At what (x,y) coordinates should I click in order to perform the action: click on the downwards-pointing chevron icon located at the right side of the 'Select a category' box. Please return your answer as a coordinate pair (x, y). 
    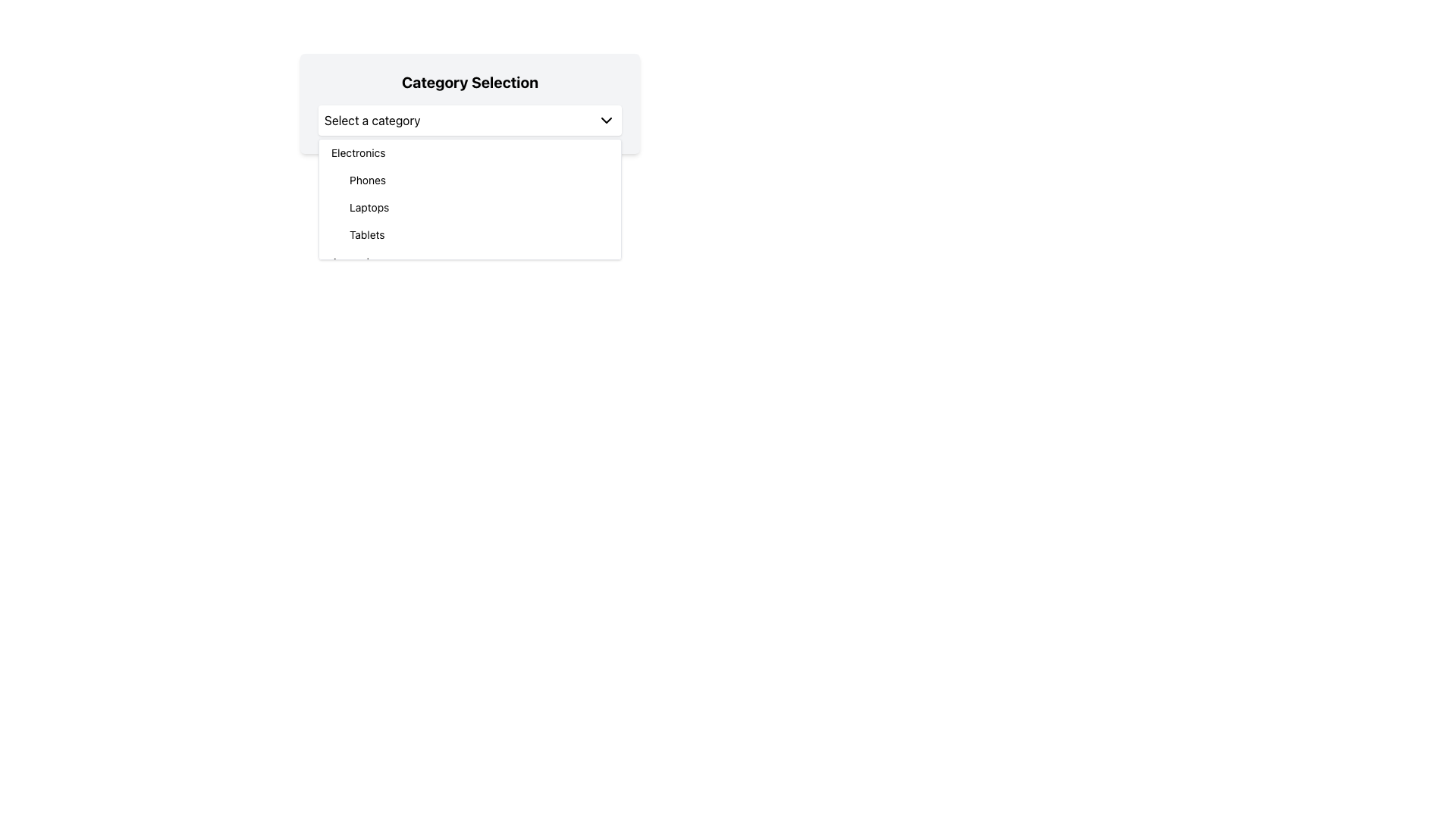
    Looking at the image, I should click on (607, 119).